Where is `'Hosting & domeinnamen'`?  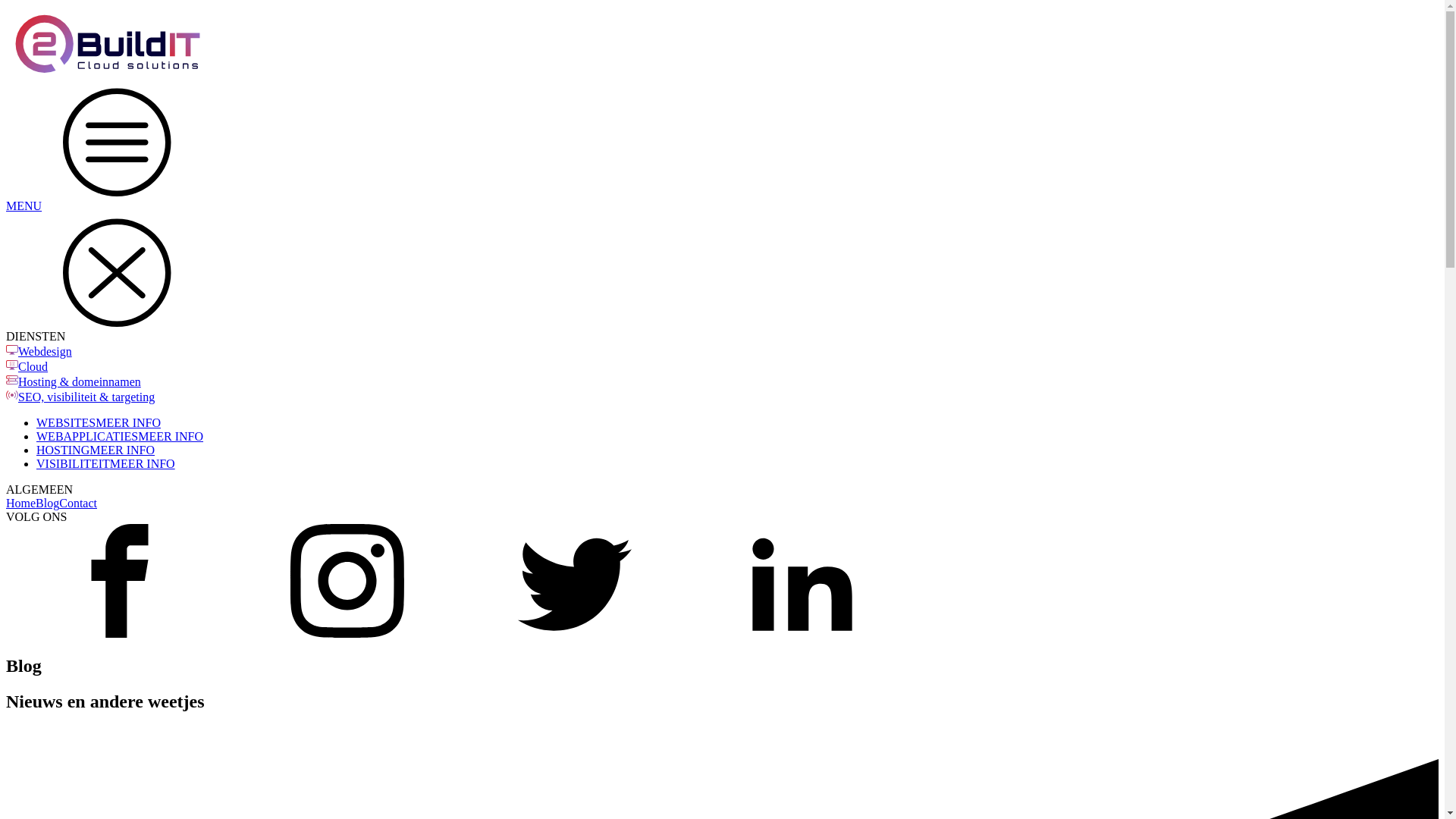
'Hosting & domeinnamen' is located at coordinates (79, 381).